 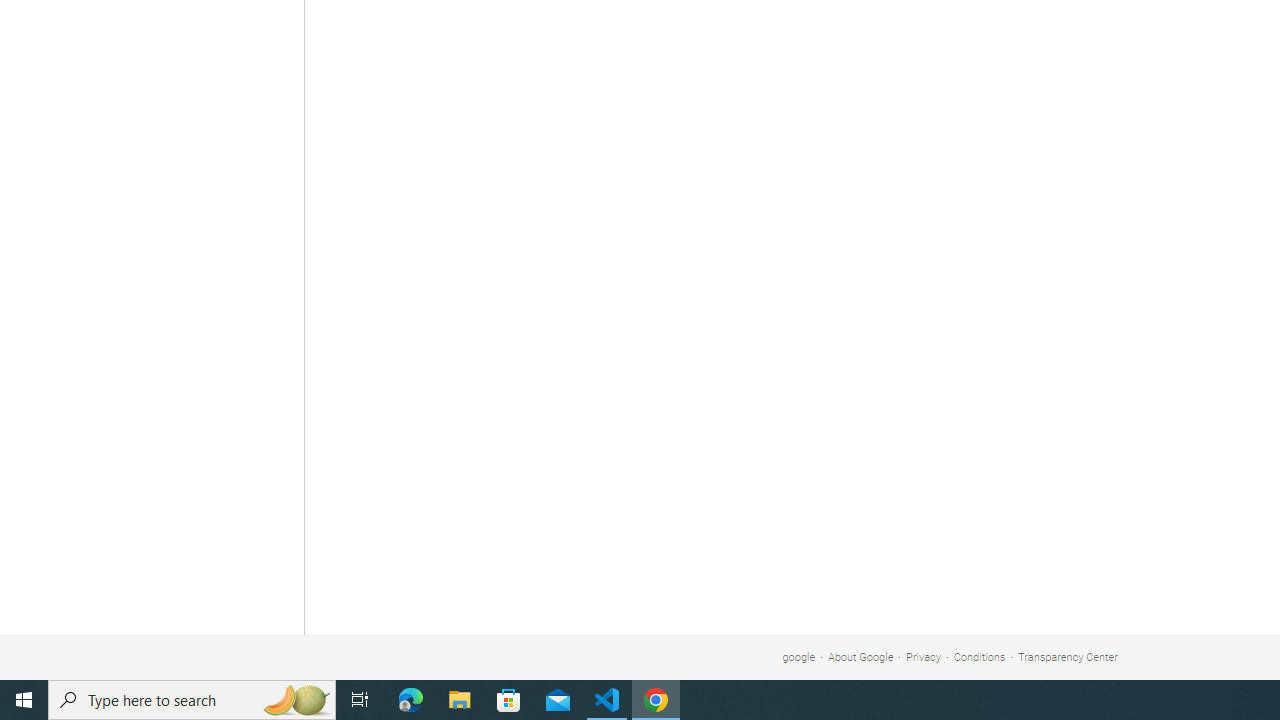 I want to click on 'Start', so click(x=24, y=698).